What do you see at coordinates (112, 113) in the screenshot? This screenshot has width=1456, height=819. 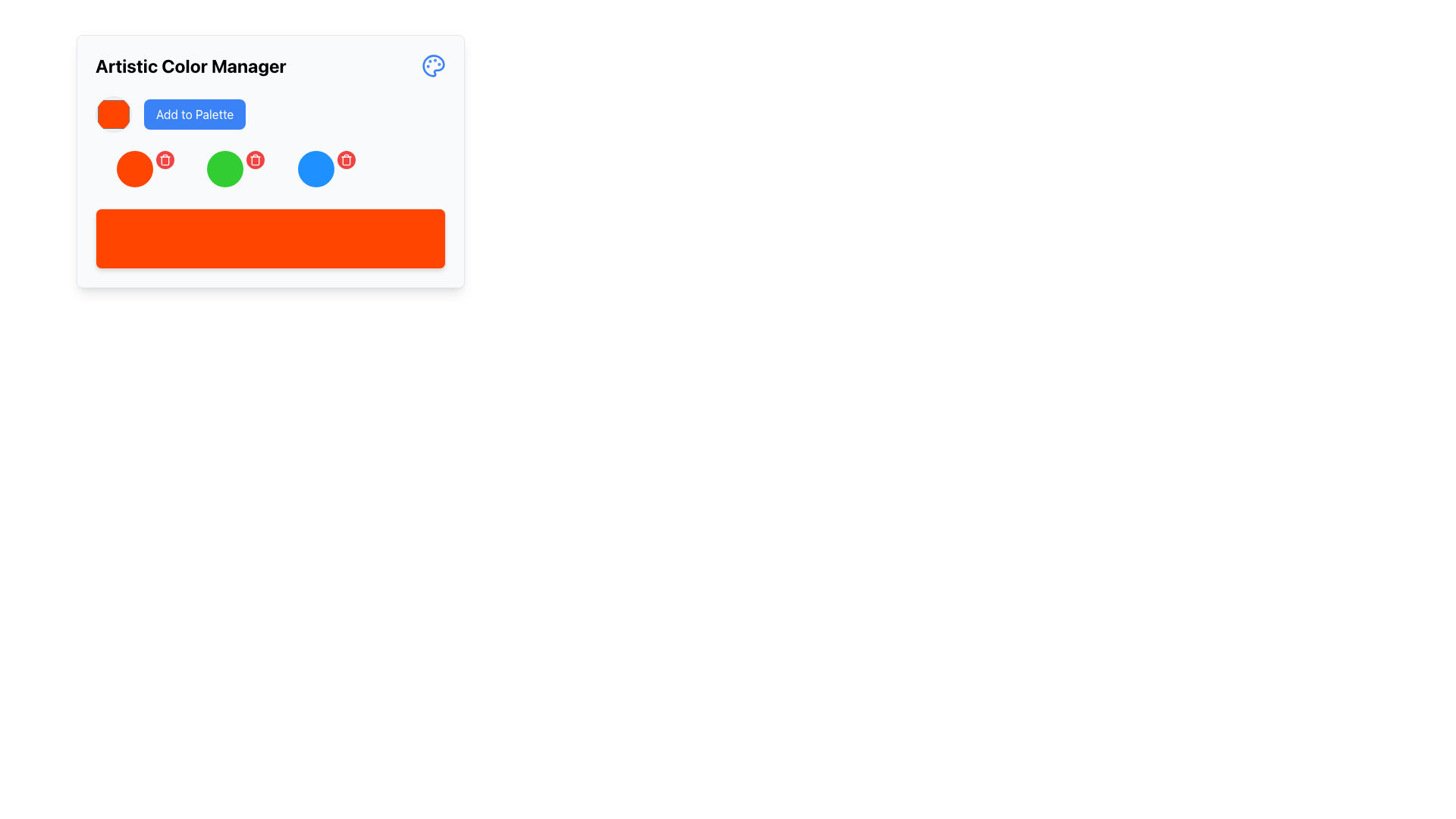 I see `the circular color selector with a red background and border` at bounding box center [112, 113].